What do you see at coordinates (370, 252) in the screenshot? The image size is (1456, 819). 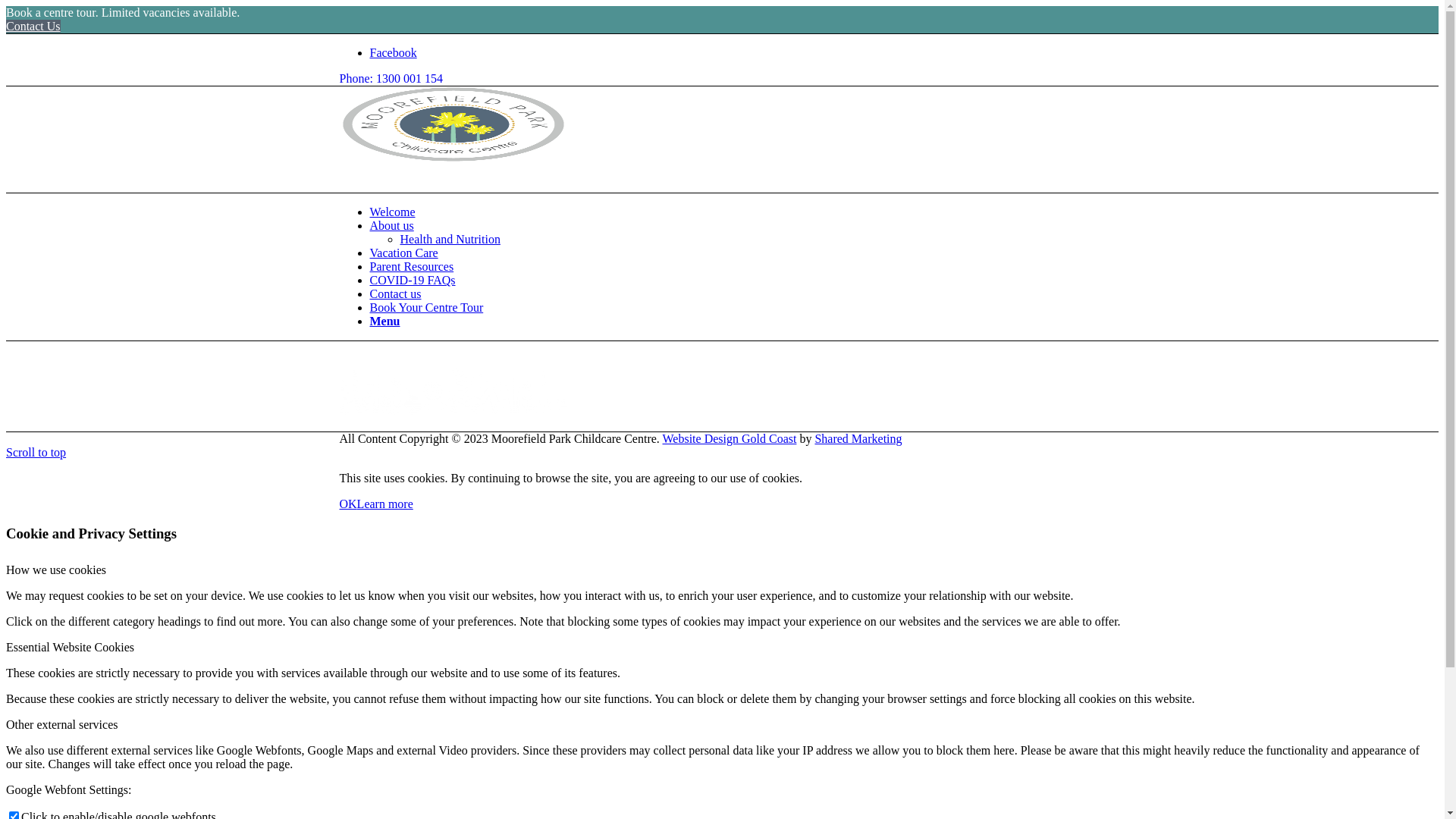 I see `'Vacation Care'` at bounding box center [370, 252].